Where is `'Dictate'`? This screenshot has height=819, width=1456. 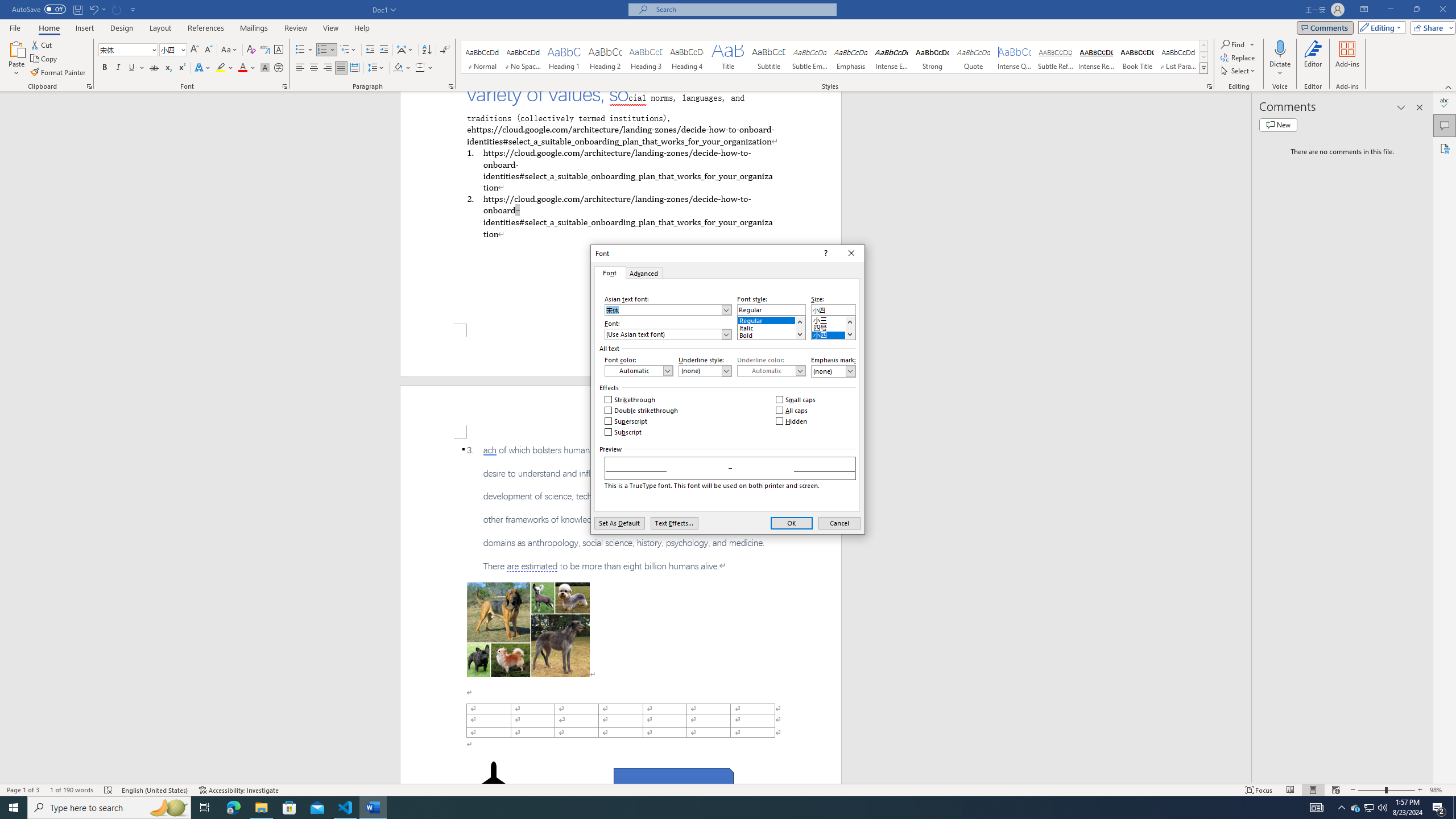 'Dictate' is located at coordinates (1280, 59).